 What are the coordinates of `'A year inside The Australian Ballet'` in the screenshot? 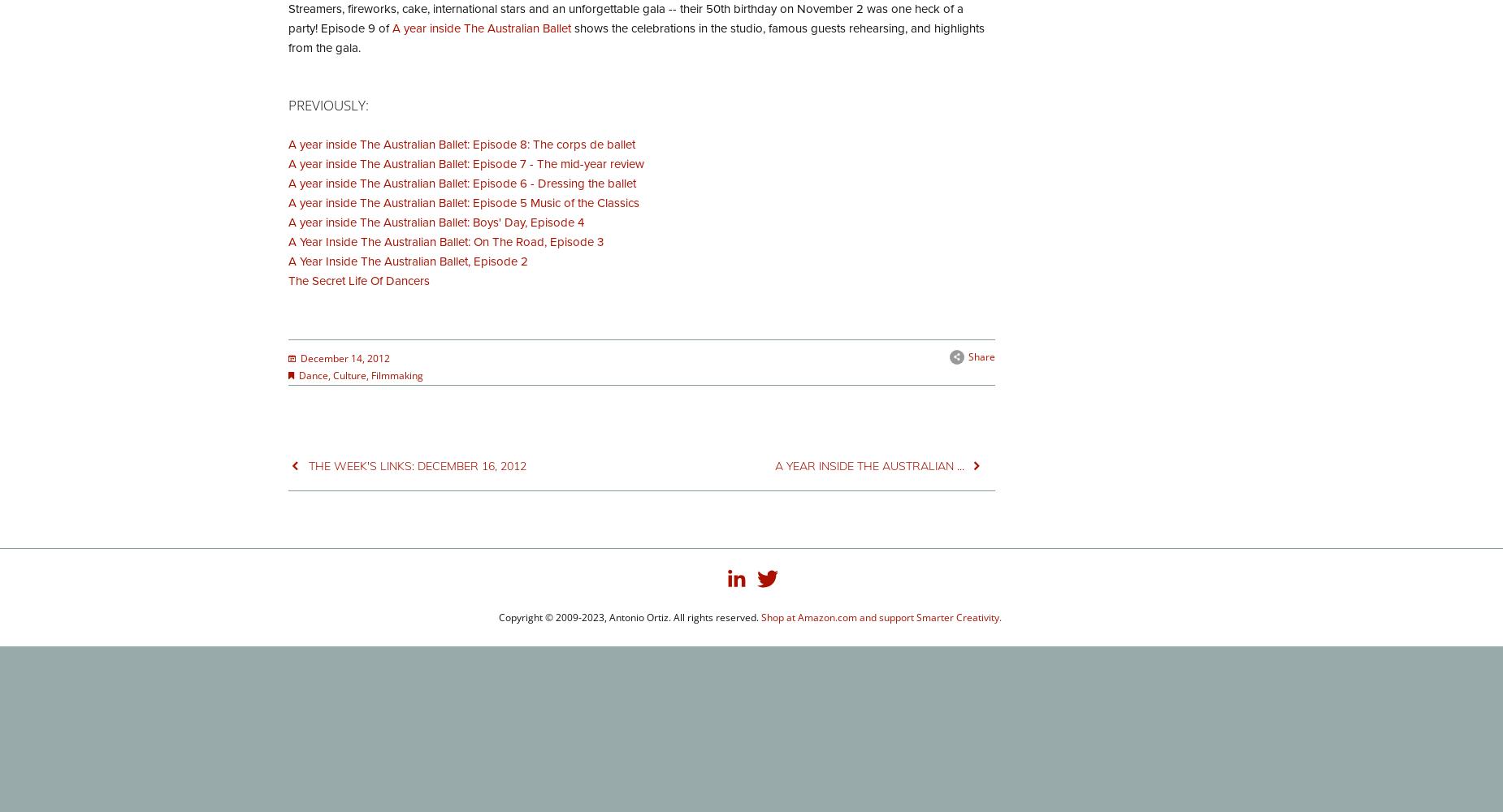 It's located at (481, 28).